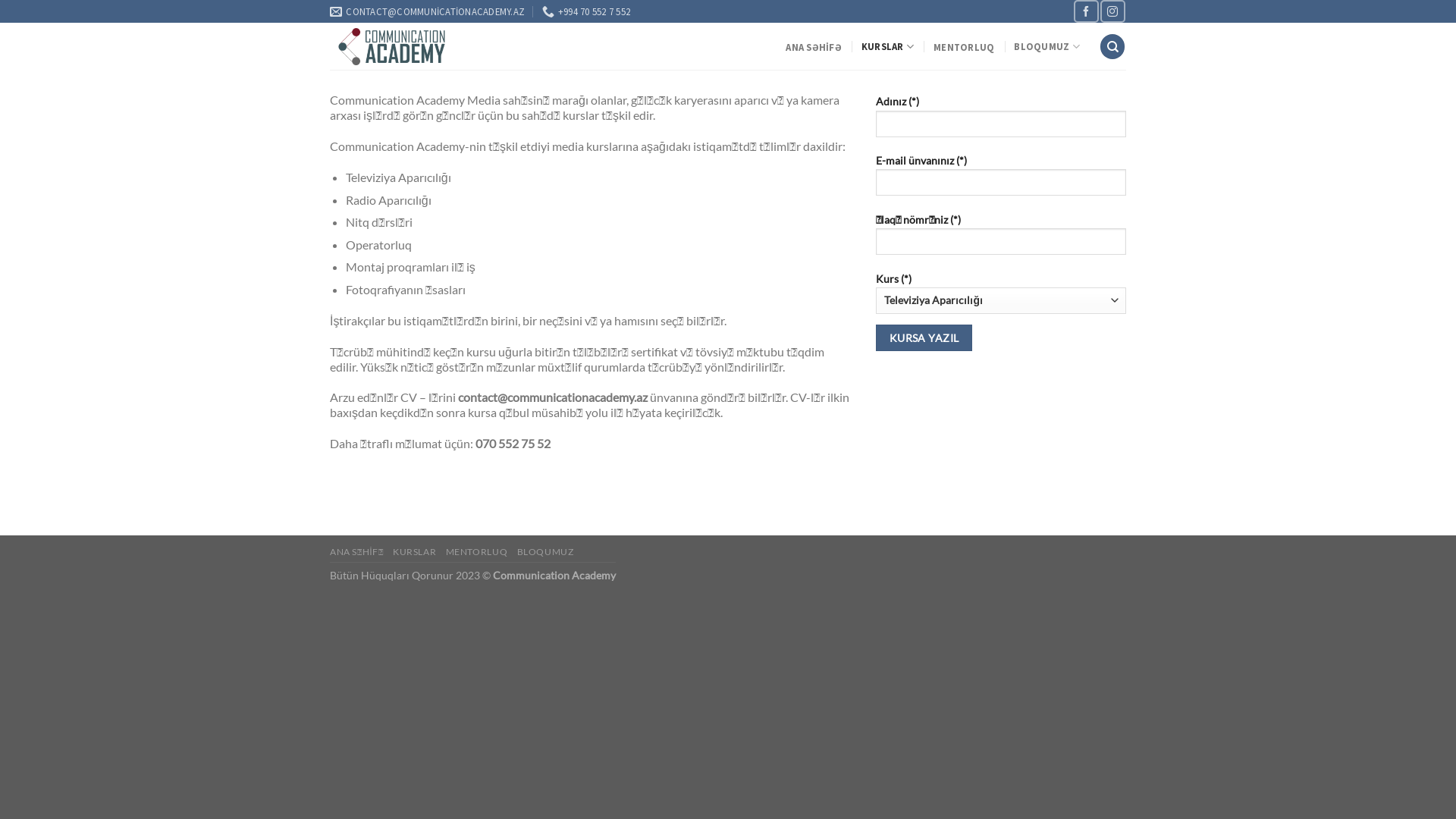 The image size is (1456, 819). I want to click on 'CONTACT@COMMUNICATIONACADEMY.AZ', so click(426, 11).